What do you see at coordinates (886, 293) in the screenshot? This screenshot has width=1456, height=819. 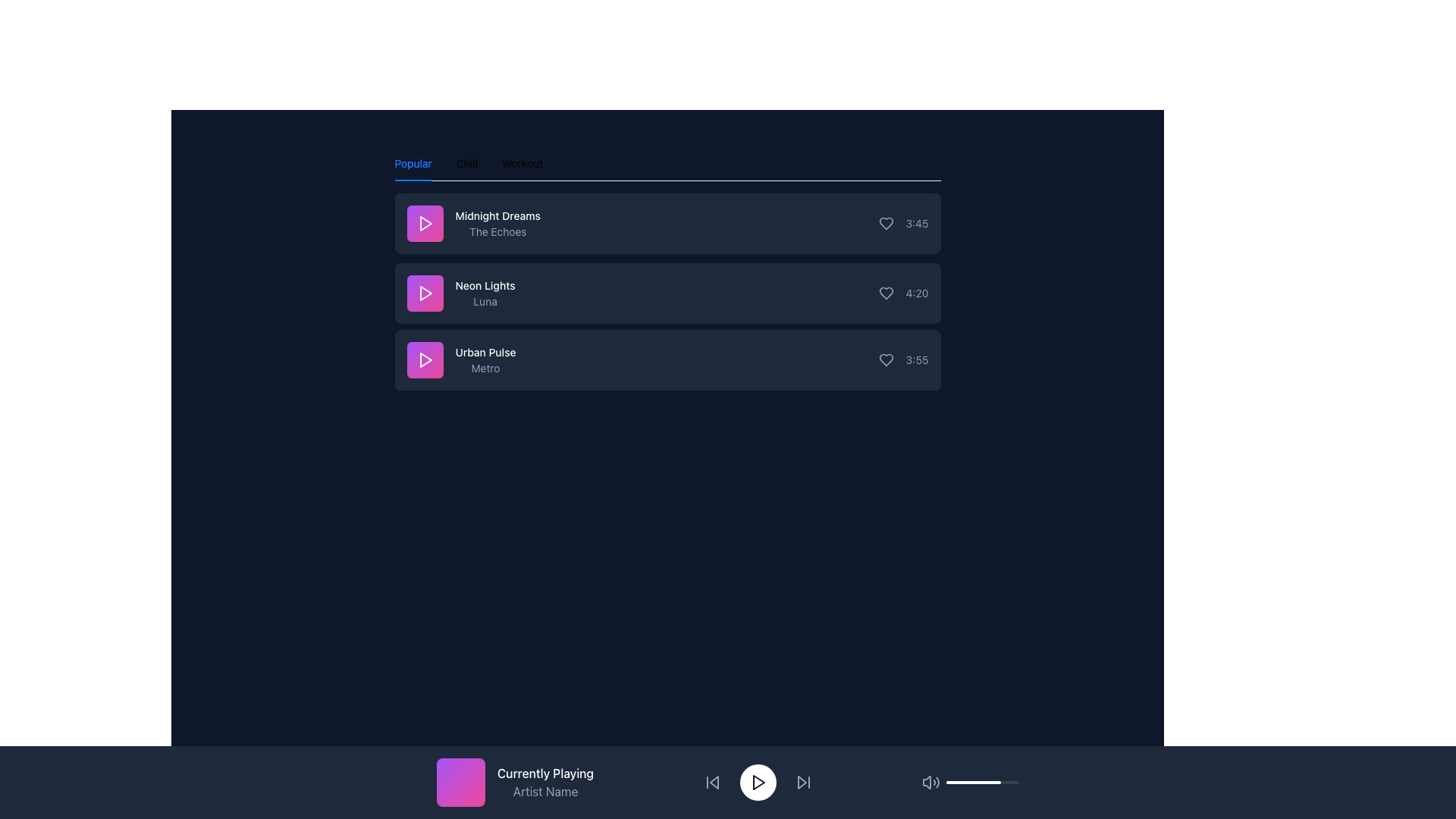 I see `the heart icon button` at bounding box center [886, 293].